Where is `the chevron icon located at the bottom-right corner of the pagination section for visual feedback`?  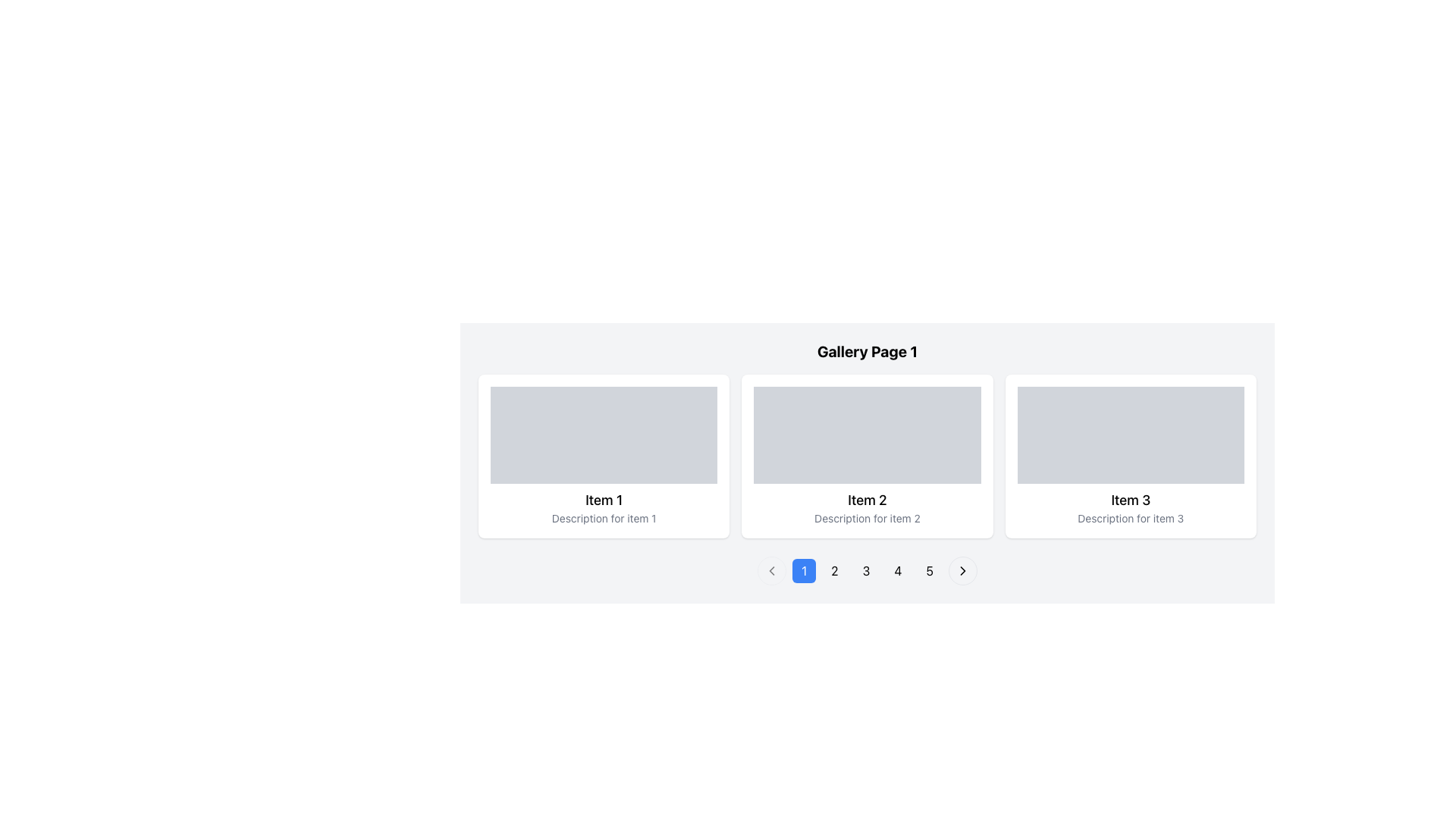 the chevron icon located at the bottom-right corner of the pagination section for visual feedback is located at coordinates (962, 570).